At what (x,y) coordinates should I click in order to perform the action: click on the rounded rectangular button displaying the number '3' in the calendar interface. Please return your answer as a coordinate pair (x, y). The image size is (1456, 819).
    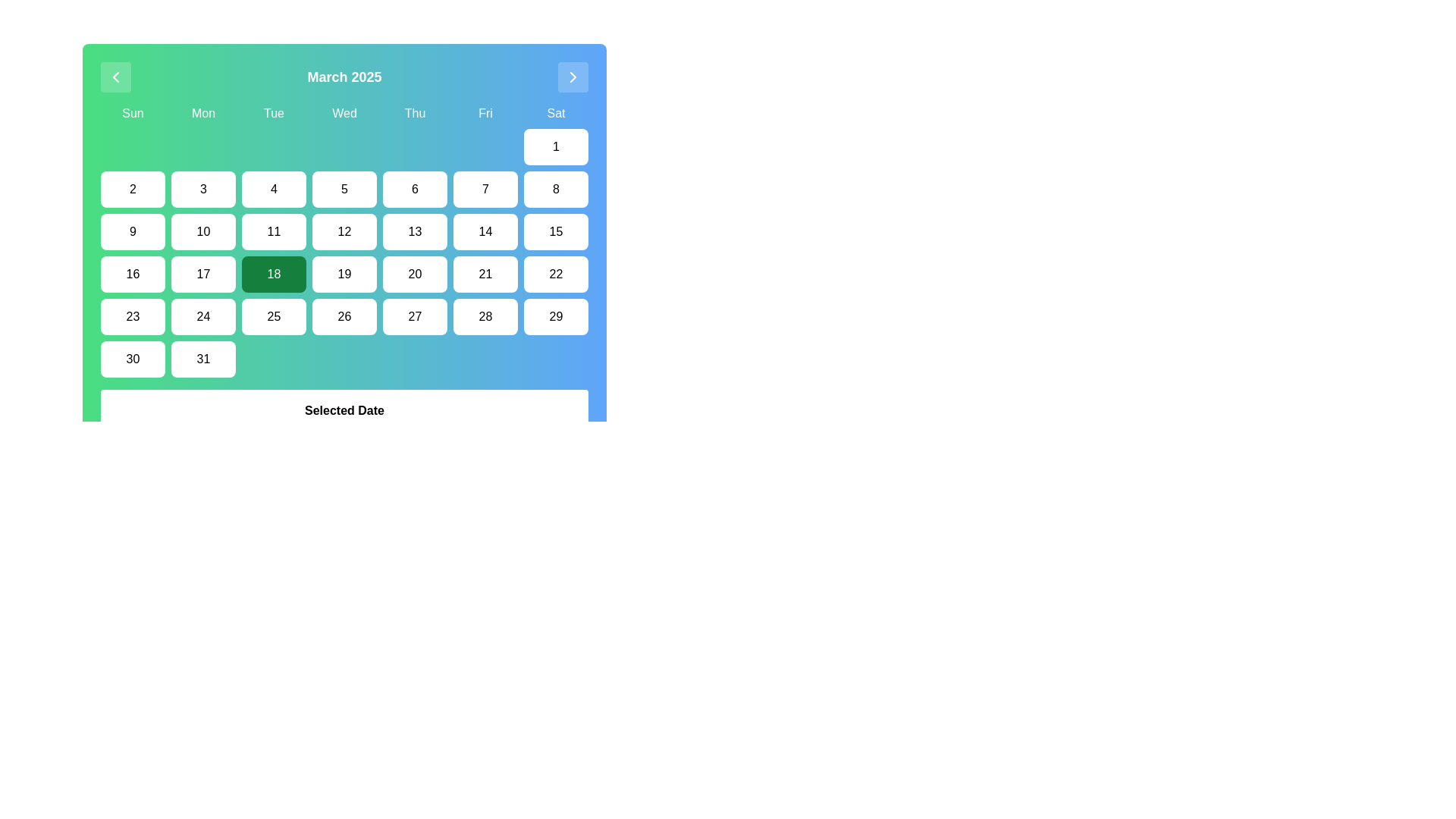
    Looking at the image, I should click on (202, 189).